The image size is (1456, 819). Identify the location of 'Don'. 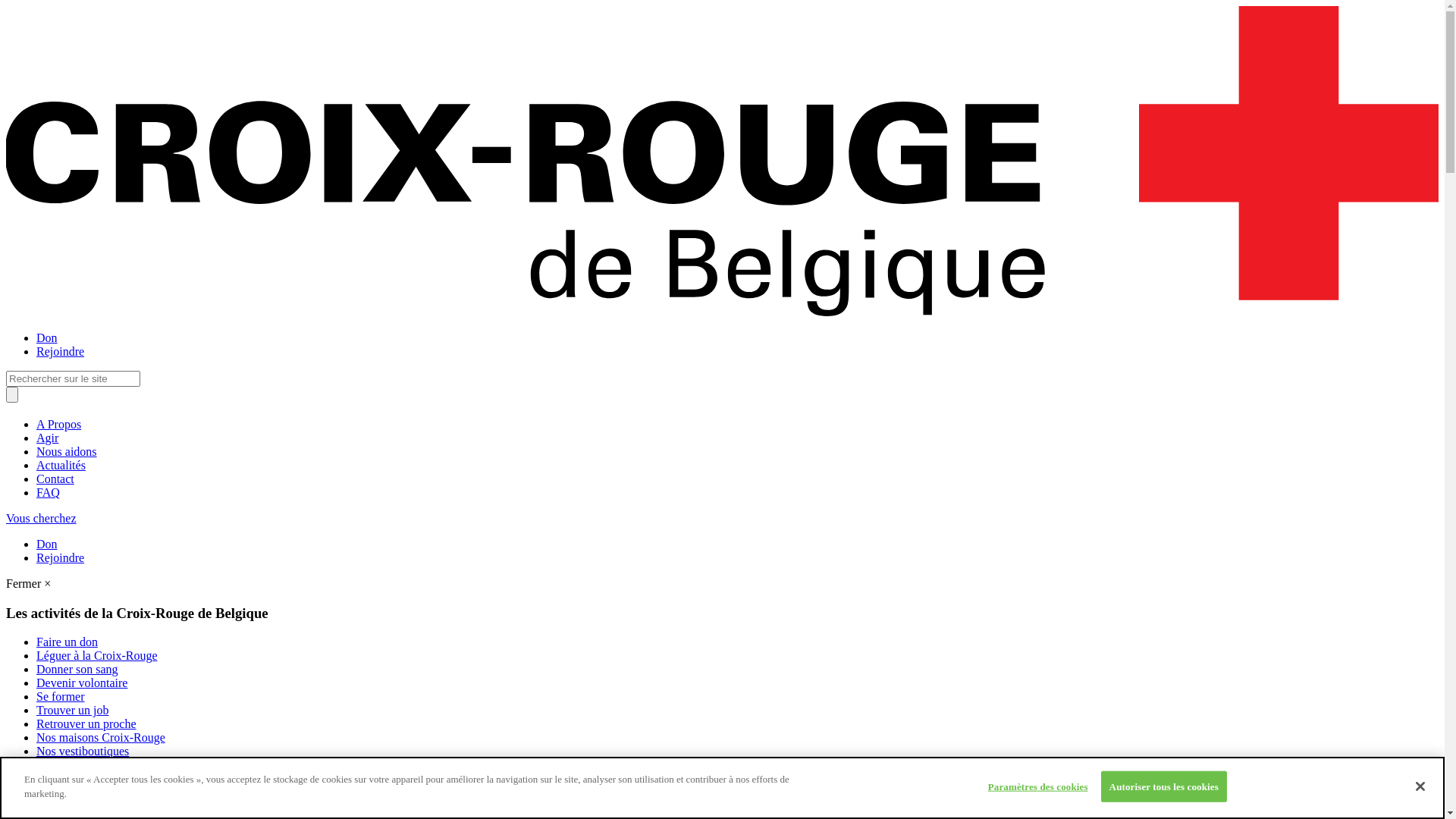
(47, 337).